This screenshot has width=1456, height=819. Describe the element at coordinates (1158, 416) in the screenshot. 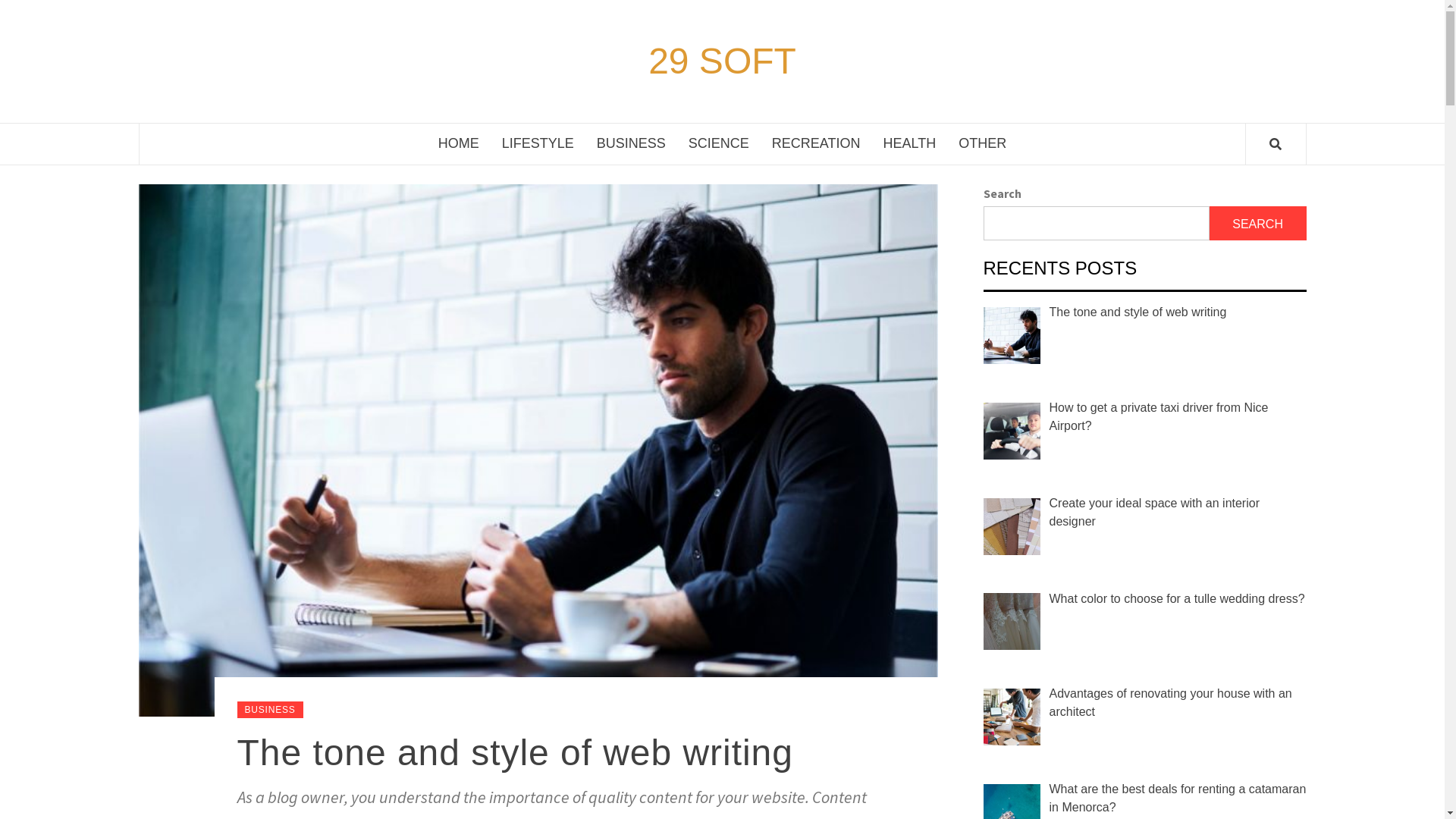

I see `'How to get a private taxi driver from Nice Airport?'` at that location.